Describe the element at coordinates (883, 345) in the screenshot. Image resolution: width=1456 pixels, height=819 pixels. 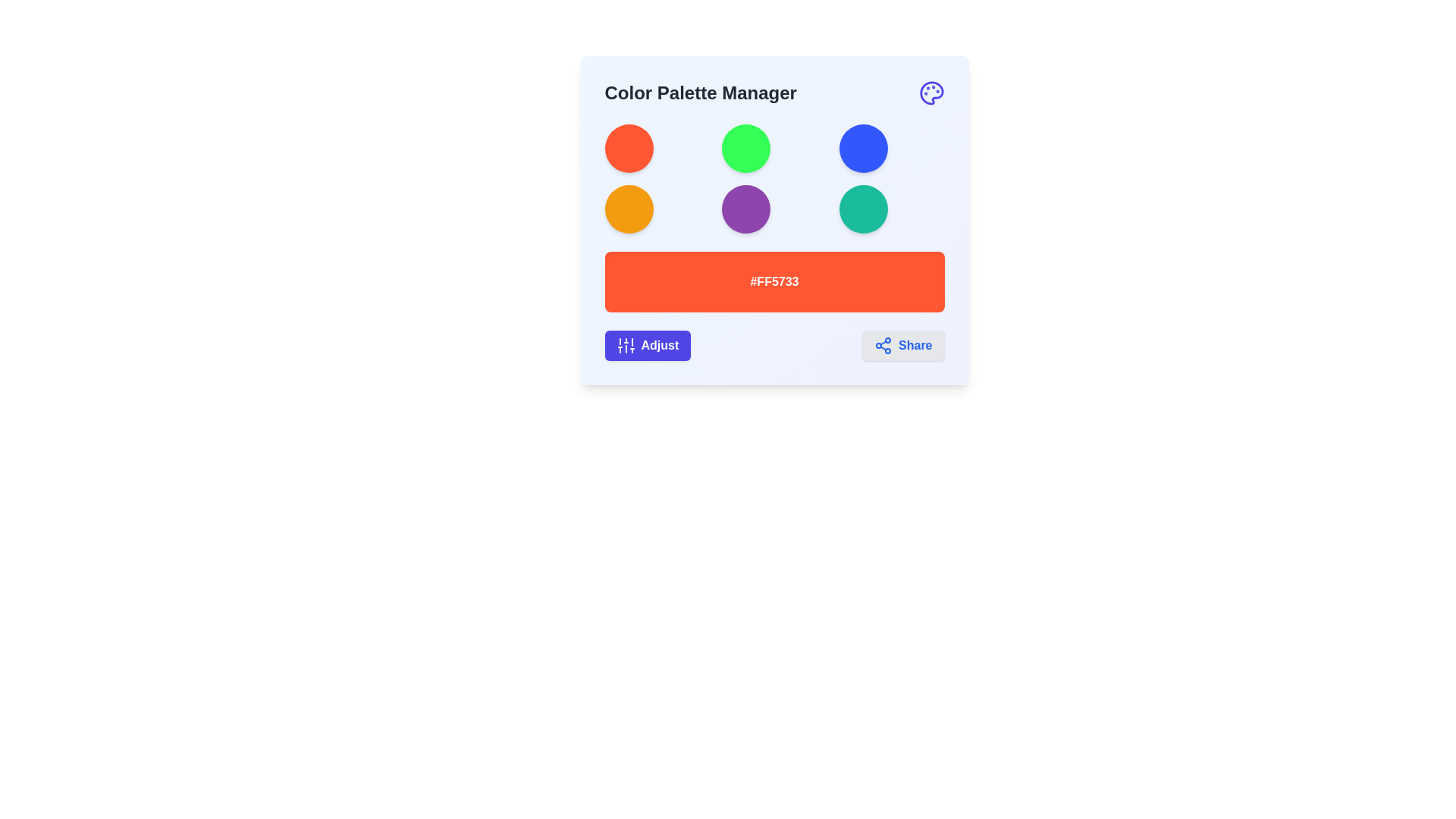
I see `the graphical icon representing sharing, which consists of three circles connected by two lines, located within the 'Share' button in the bottom-right control panel` at that location.